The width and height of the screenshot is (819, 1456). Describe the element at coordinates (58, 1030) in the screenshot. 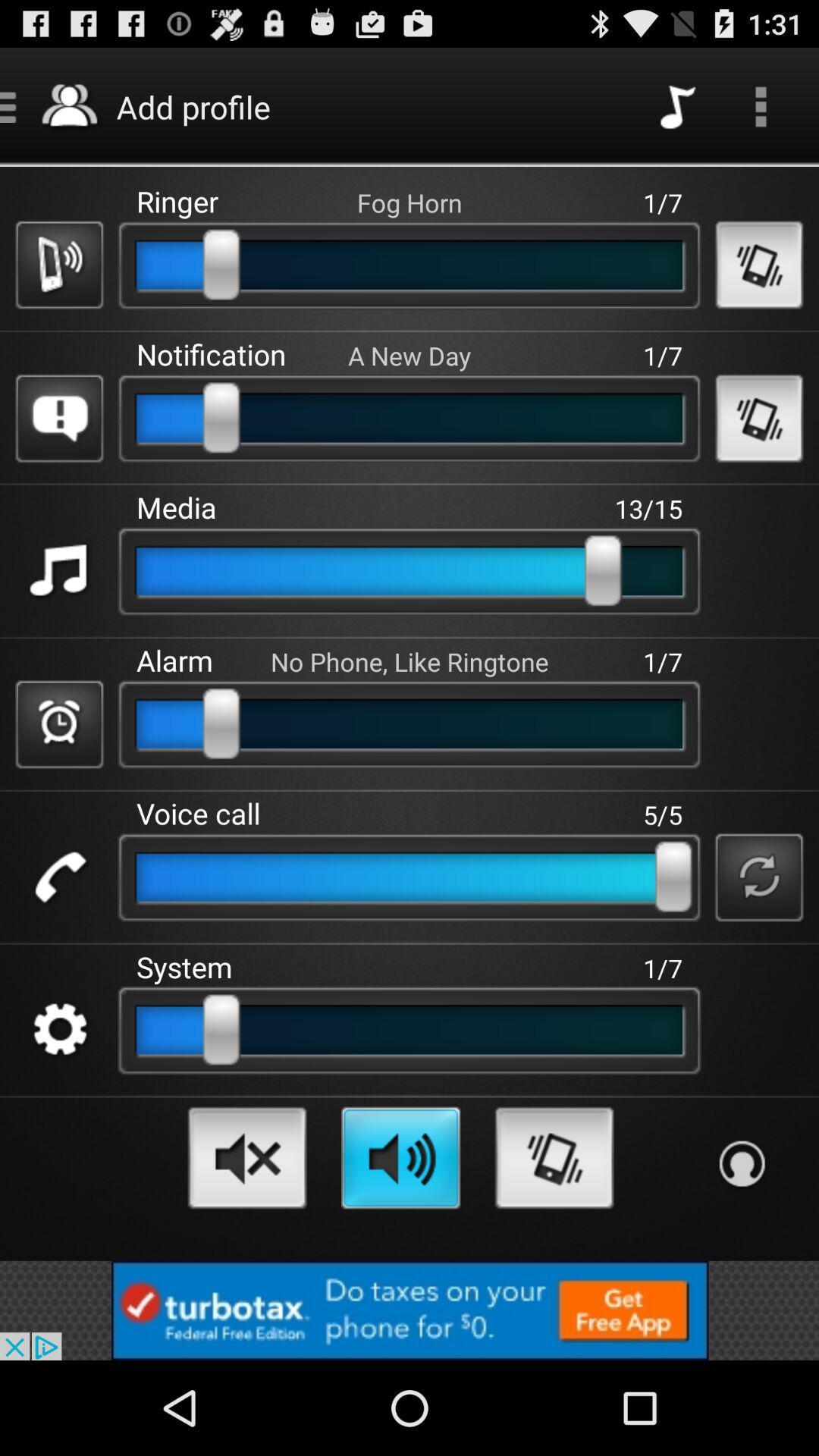

I see `setting switch` at that location.